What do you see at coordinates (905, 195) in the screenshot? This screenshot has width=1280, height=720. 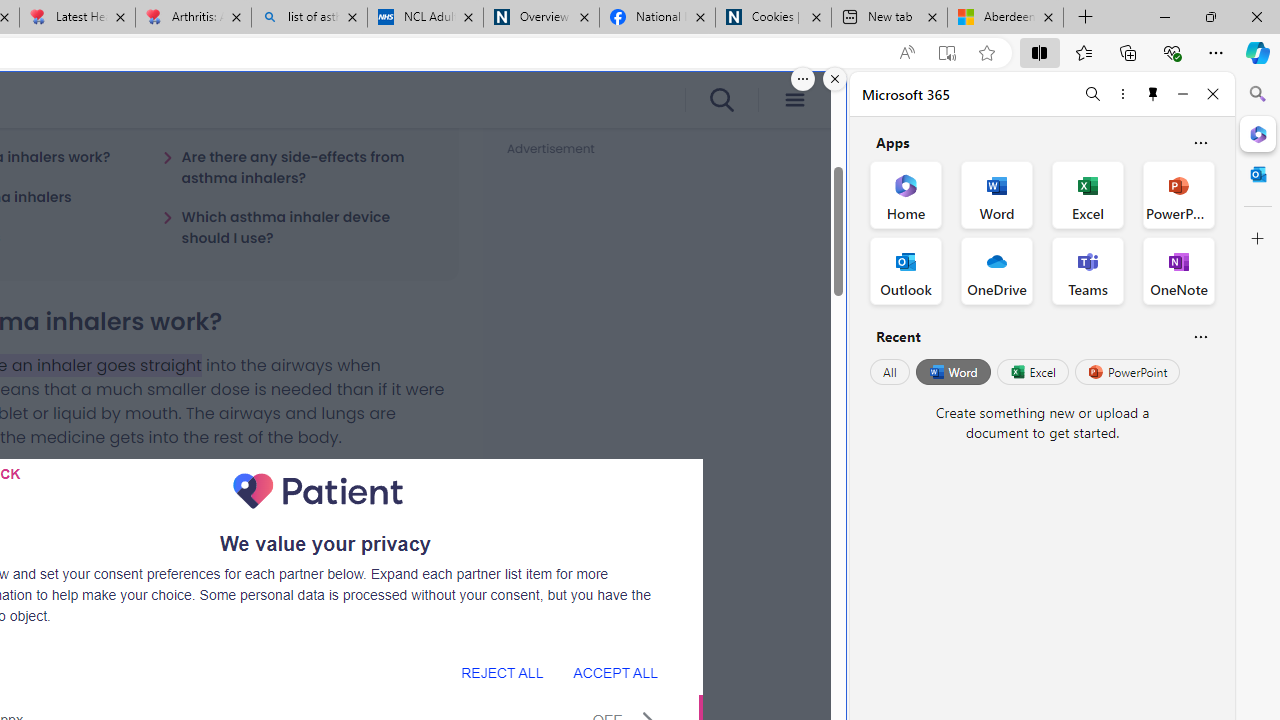 I see `'Home Office App'` at bounding box center [905, 195].